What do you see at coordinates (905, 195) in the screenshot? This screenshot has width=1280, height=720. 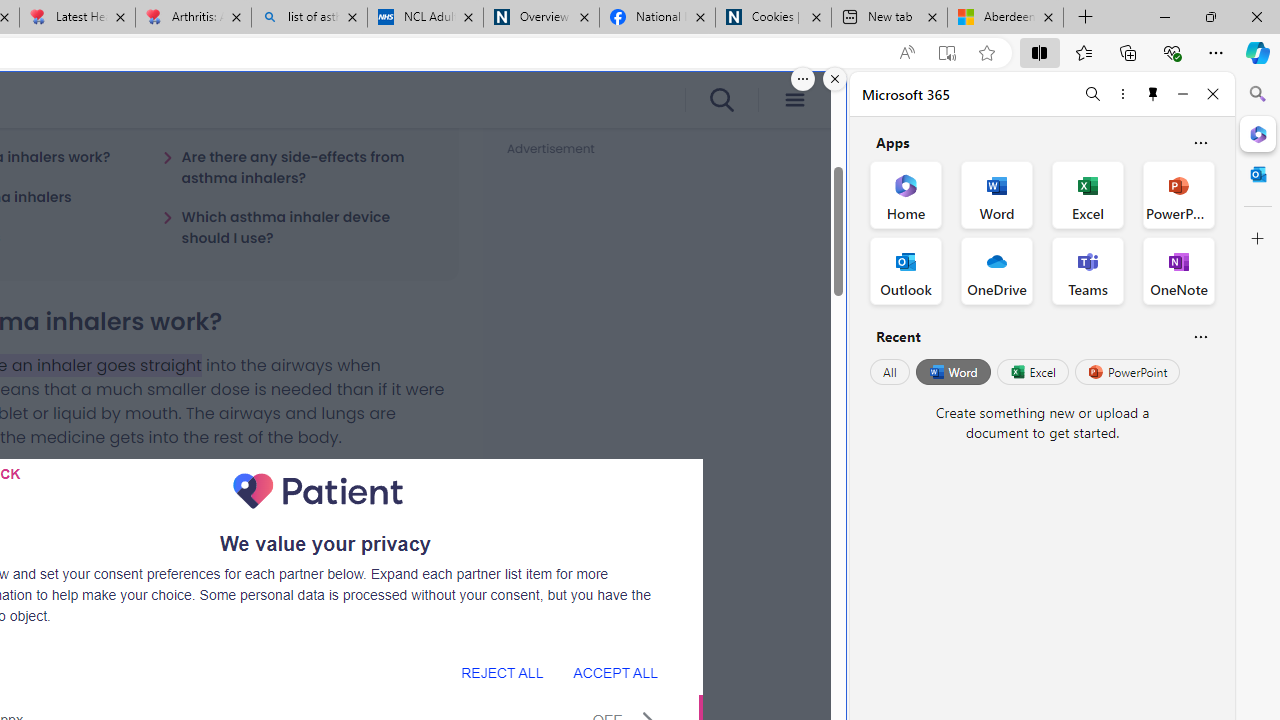 I see `'Home Office App'` at bounding box center [905, 195].